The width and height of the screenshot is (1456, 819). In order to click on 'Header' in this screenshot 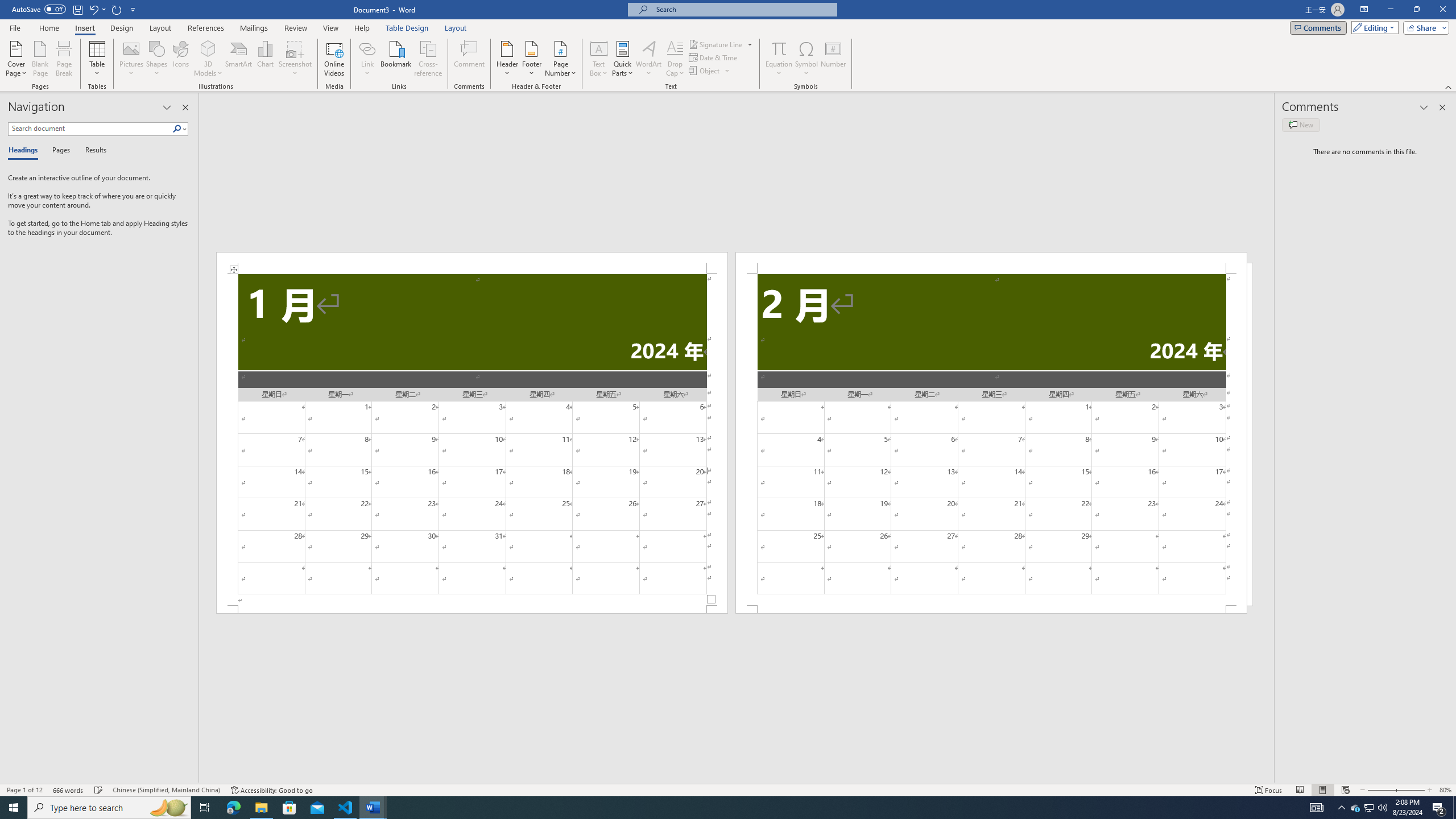, I will do `click(507, 59)`.